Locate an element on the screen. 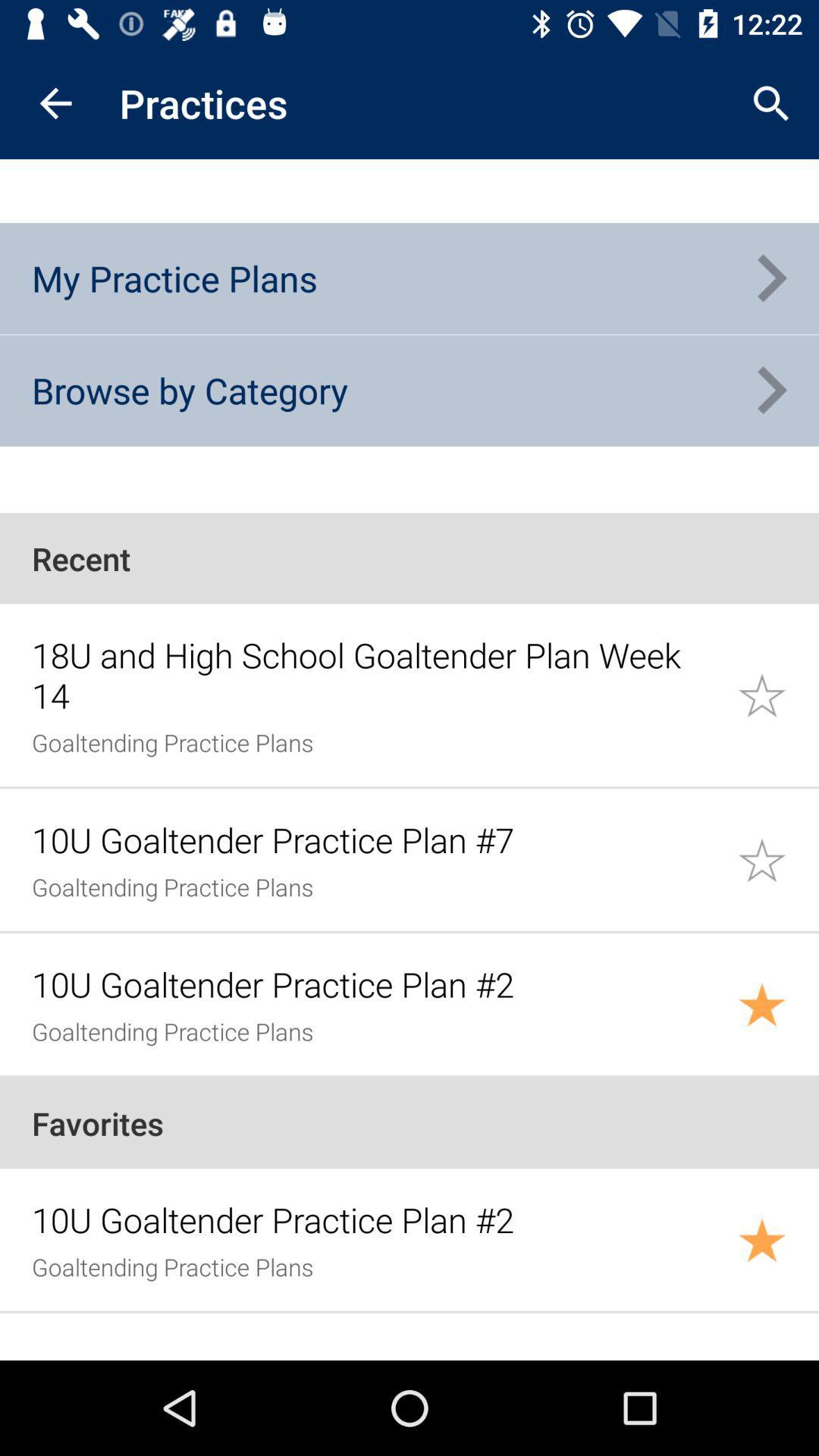 The height and width of the screenshot is (1456, 819). icon next to practices is located at coordinates (55, 102).